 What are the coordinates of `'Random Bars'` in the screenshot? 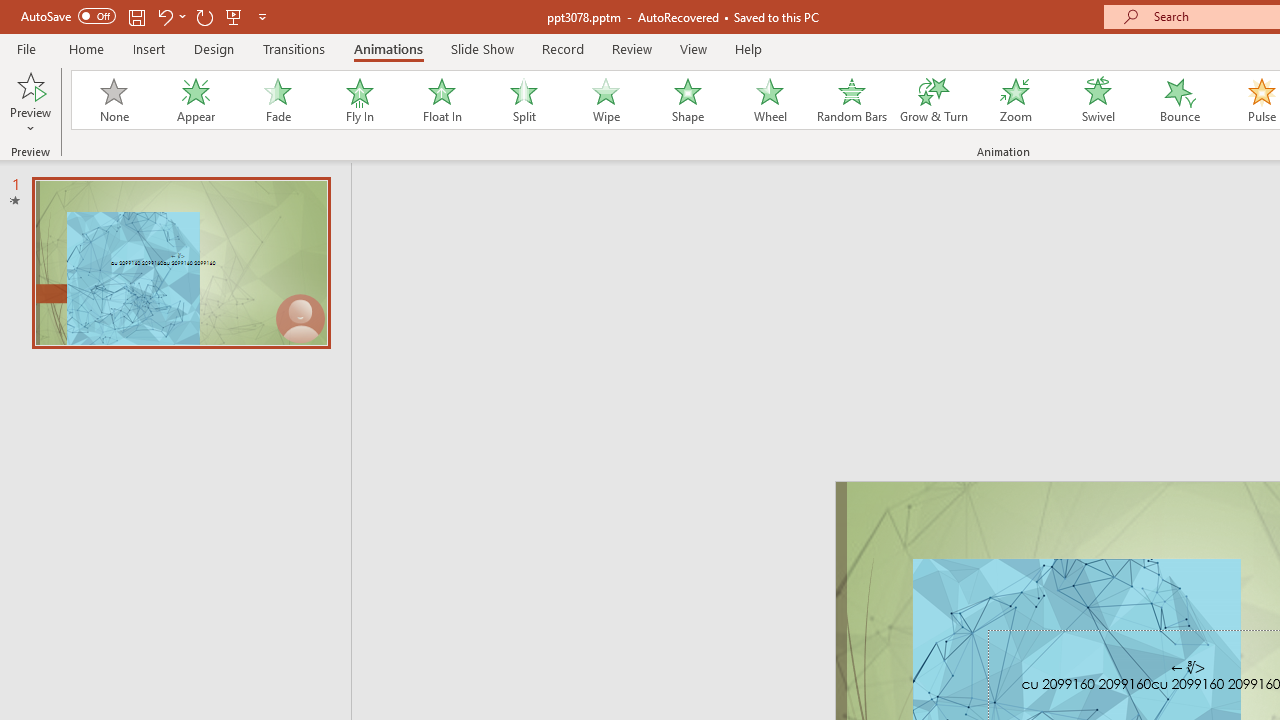 It's located at (852, 100).